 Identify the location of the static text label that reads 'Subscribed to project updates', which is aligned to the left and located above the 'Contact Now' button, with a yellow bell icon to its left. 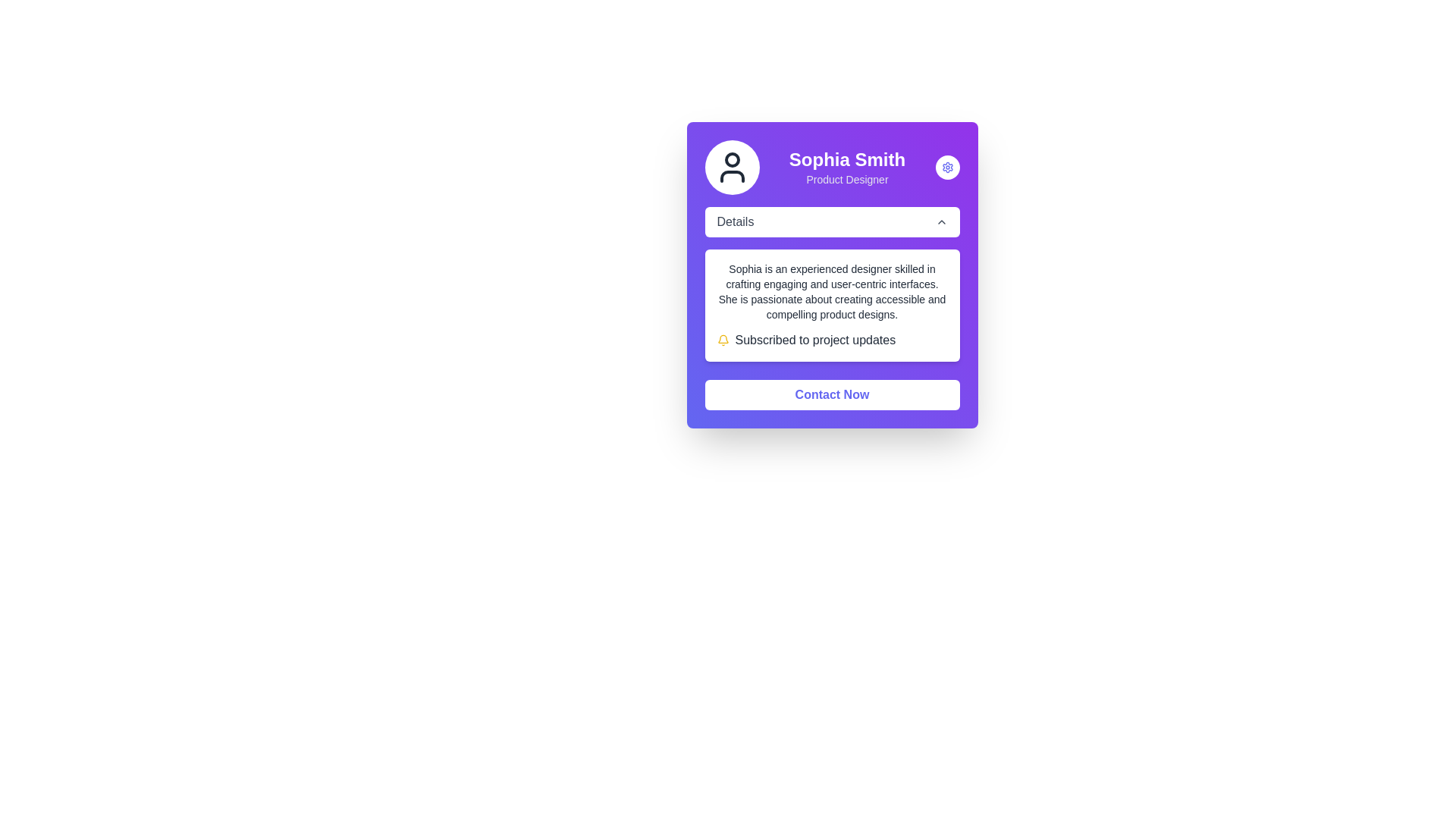
(814, 339).